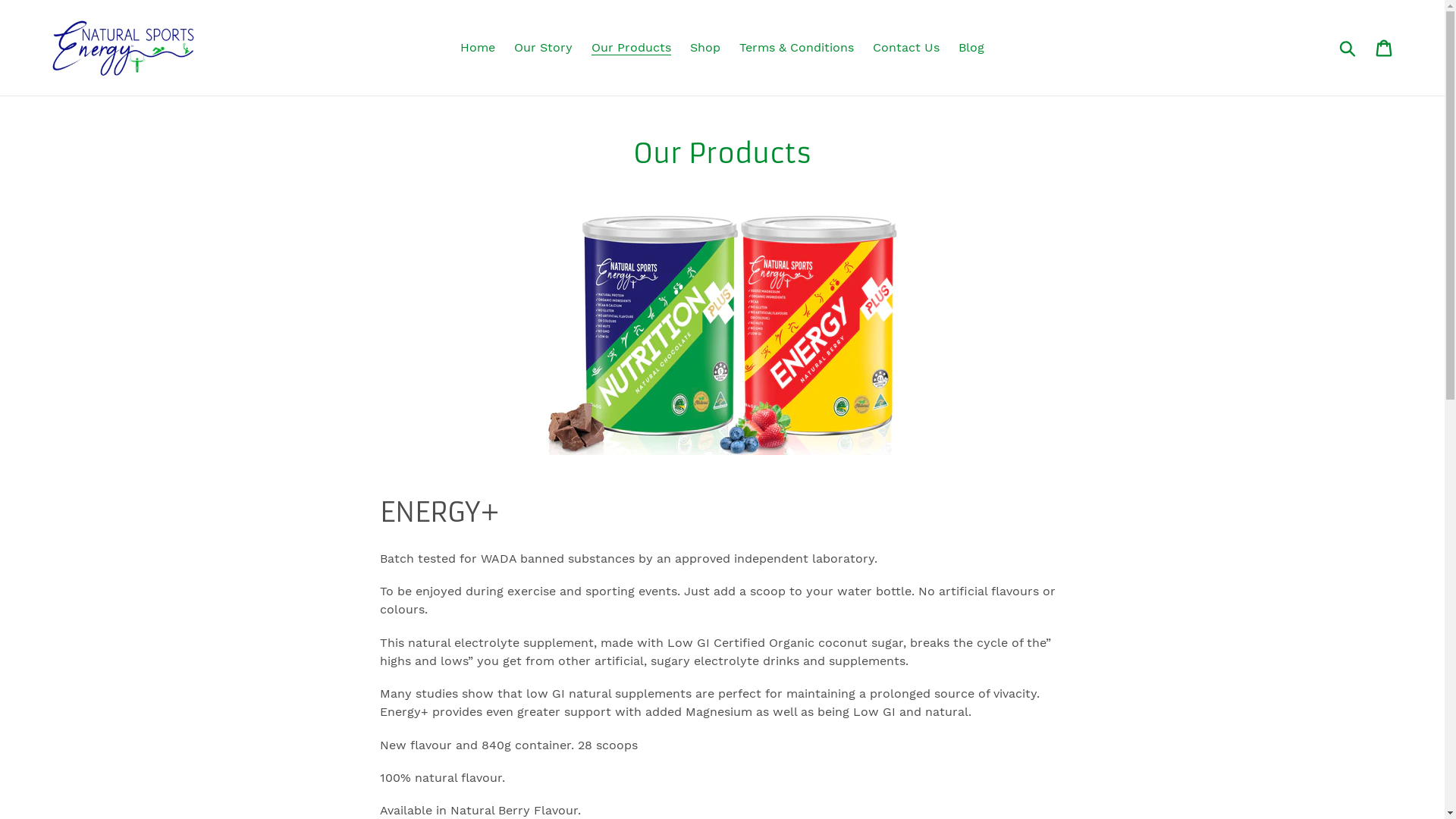 The width and height of the screenshot is (1456, 819). What do you see at coordinates (1385, 47) in the screenshot?
I see `'Cart'` at bounding box center [1385, 47].